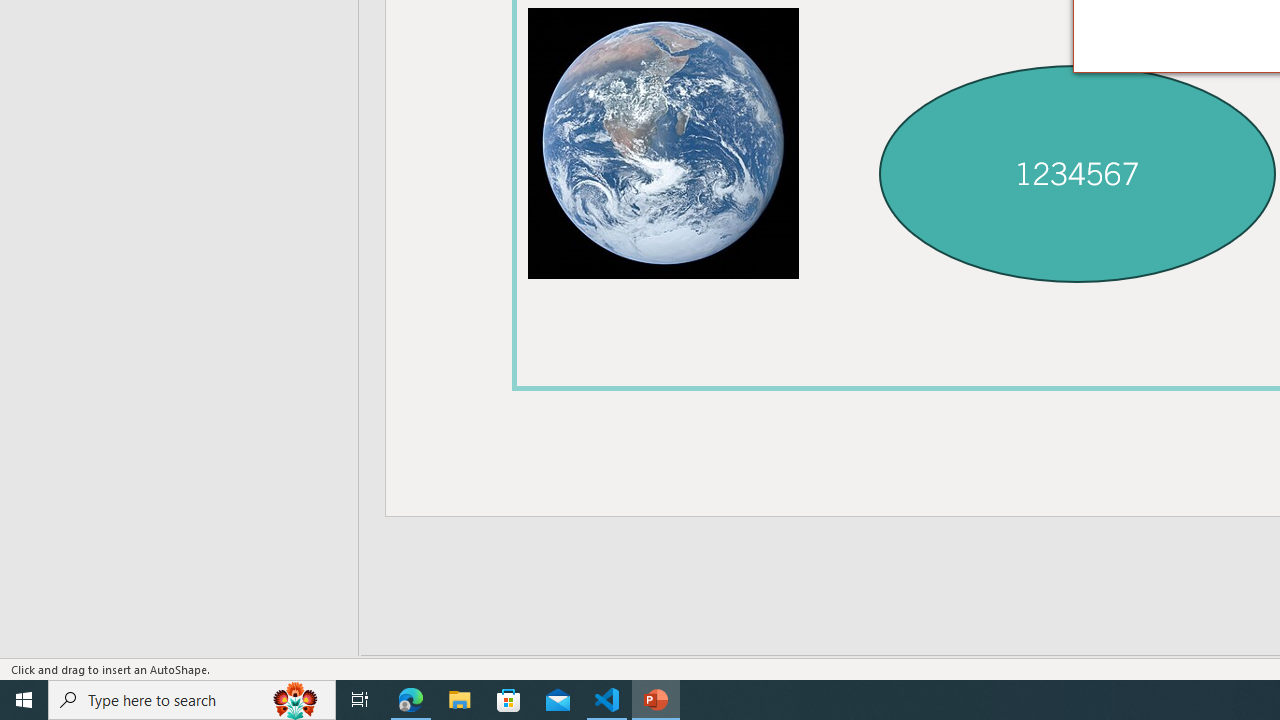  Describe the element at coordinates (24, 698) in the screenshot. I see `'Start'` at that location.